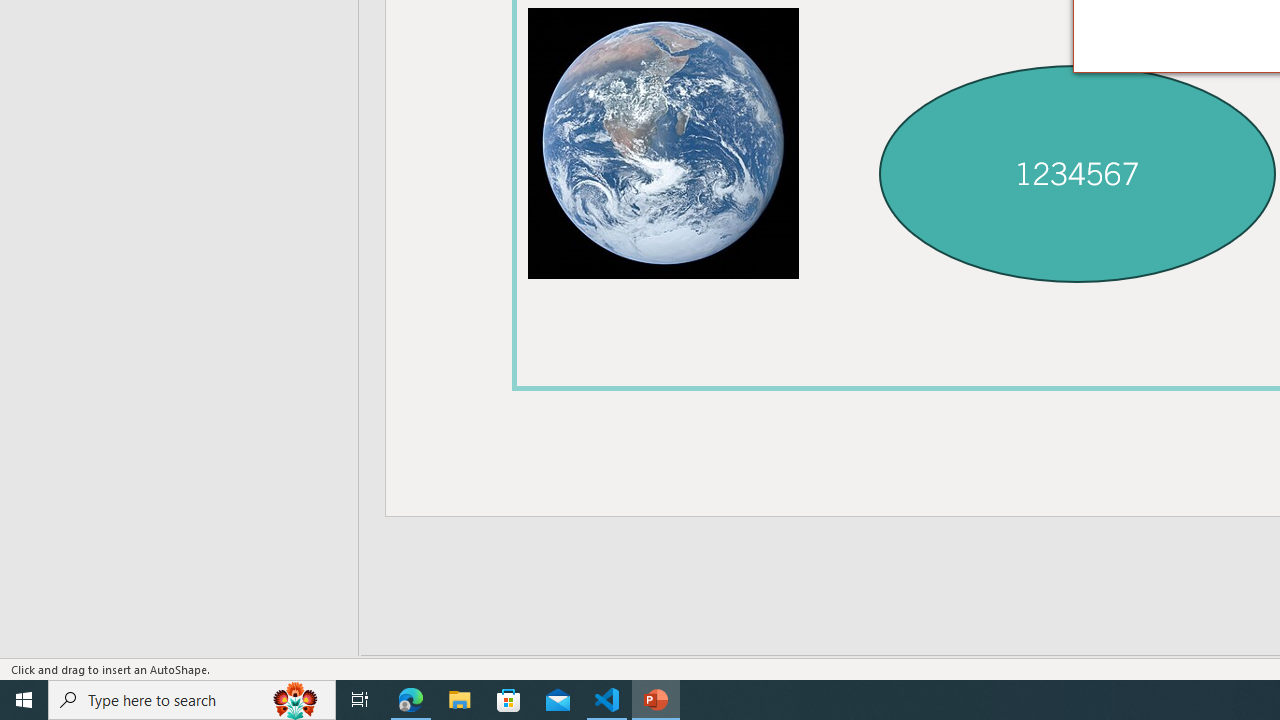  Describe the element at coordinates (24, 698) in the screenshot. I see `'Start'` at that location.